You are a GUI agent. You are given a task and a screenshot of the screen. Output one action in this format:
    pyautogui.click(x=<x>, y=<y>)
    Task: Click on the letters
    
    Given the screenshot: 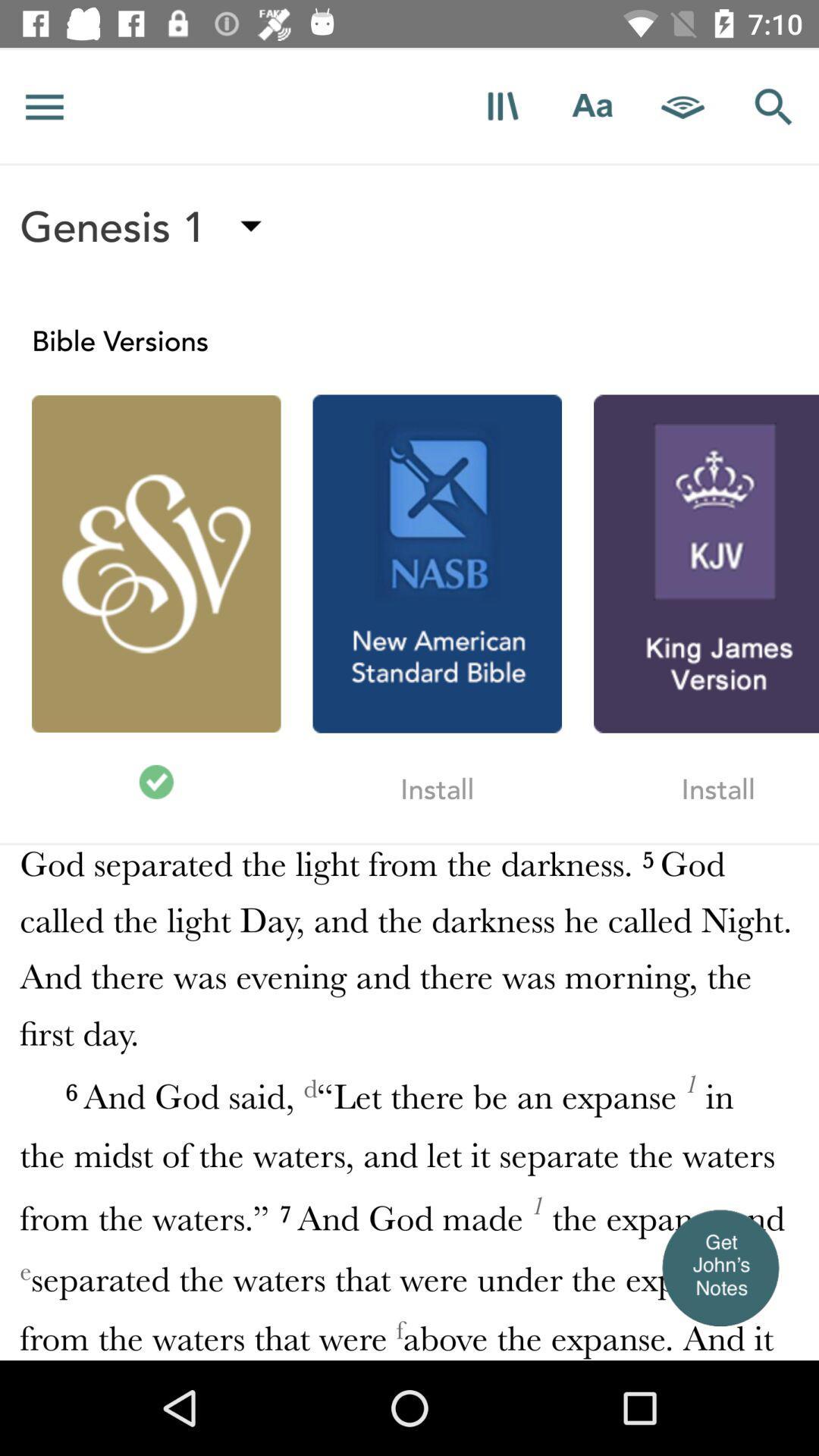 What is the action you would take?
    pyautogui.click(x=591, y=105)
    